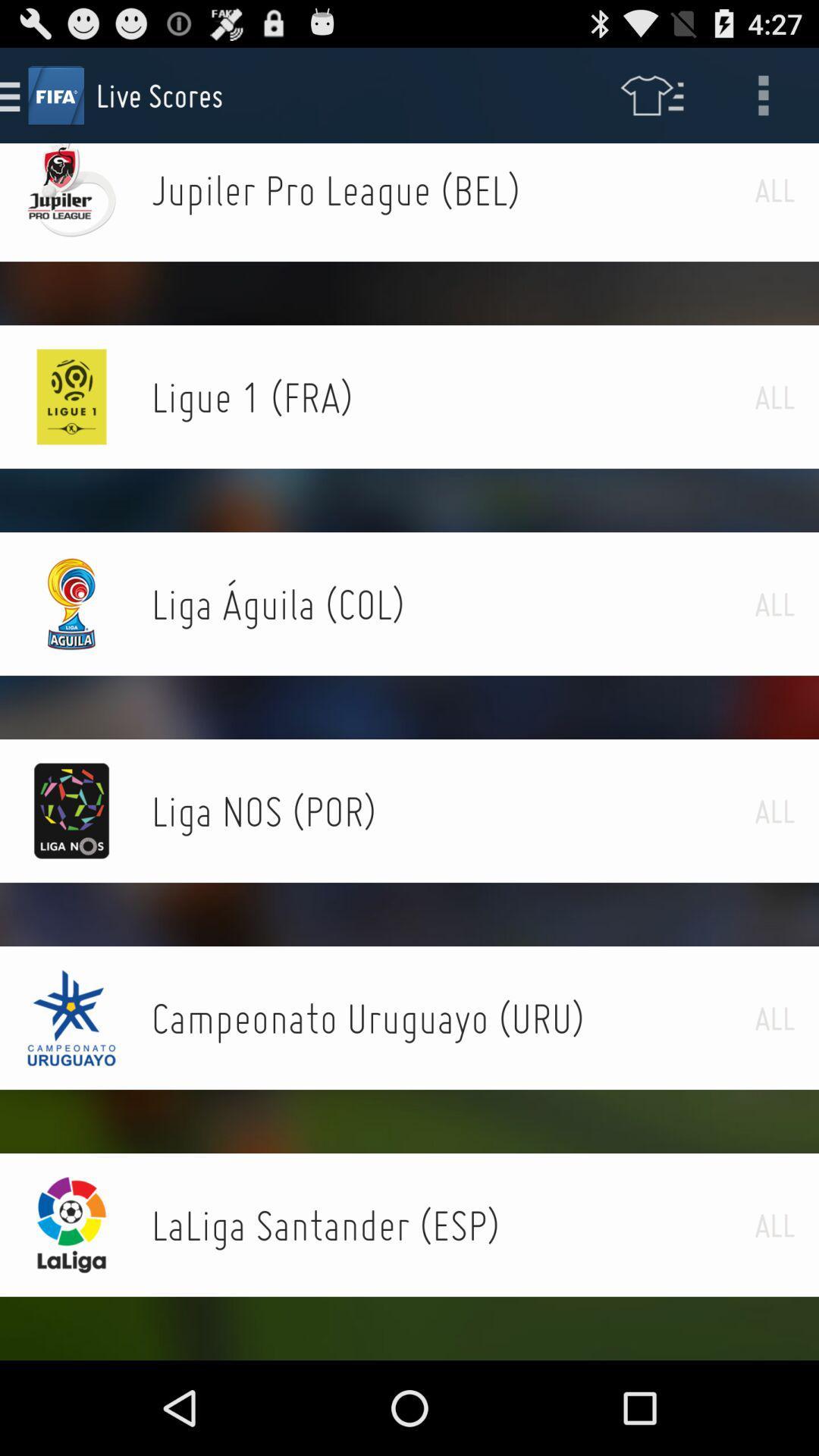 This screenshot has height=1456, width=819. What do you see at coordinates (452, 397) in the screenshot?
I see `the item next to all icon` at bounding box center [452, 397].